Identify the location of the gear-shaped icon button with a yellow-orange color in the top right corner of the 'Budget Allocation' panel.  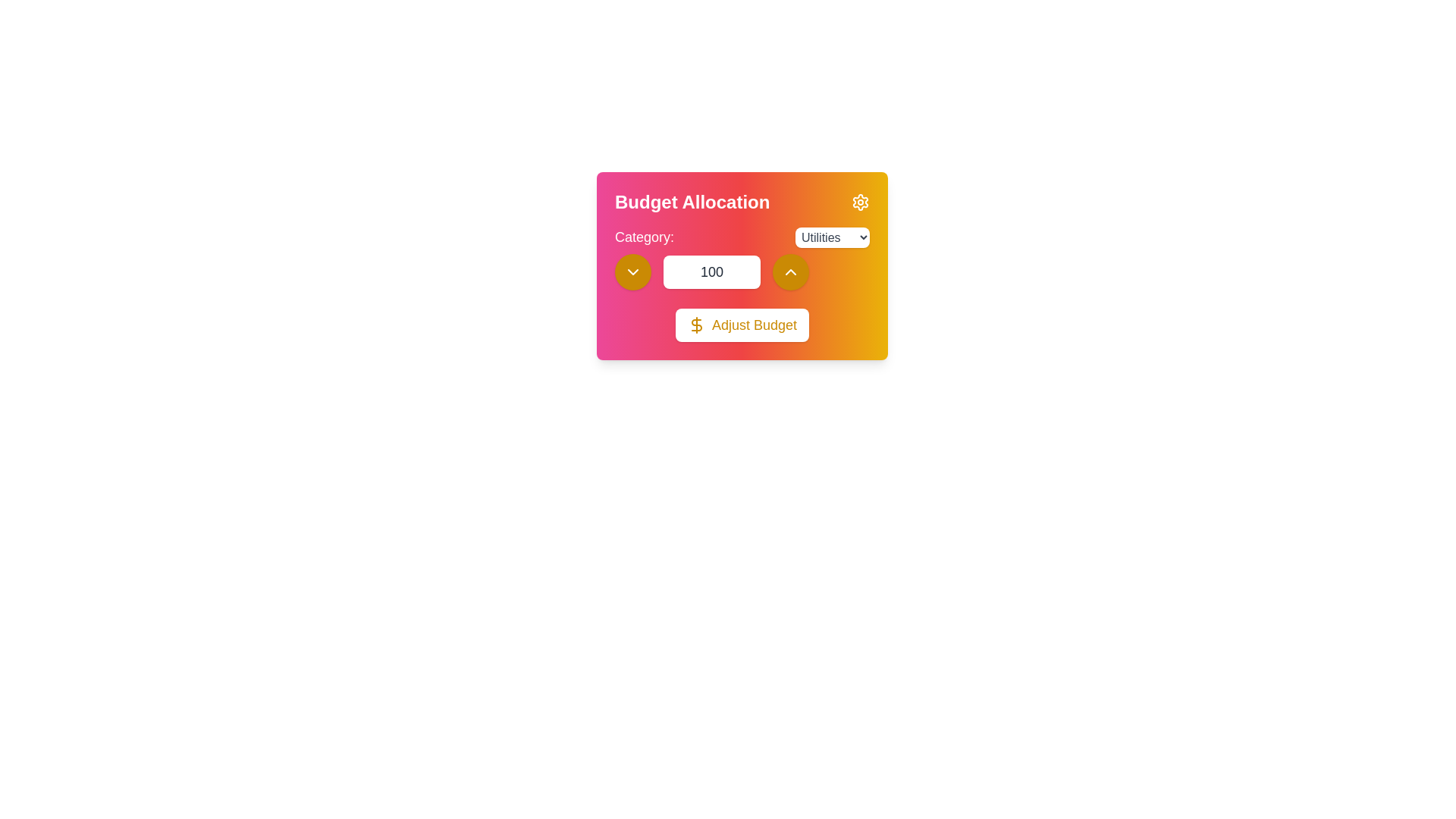
(860, 201).